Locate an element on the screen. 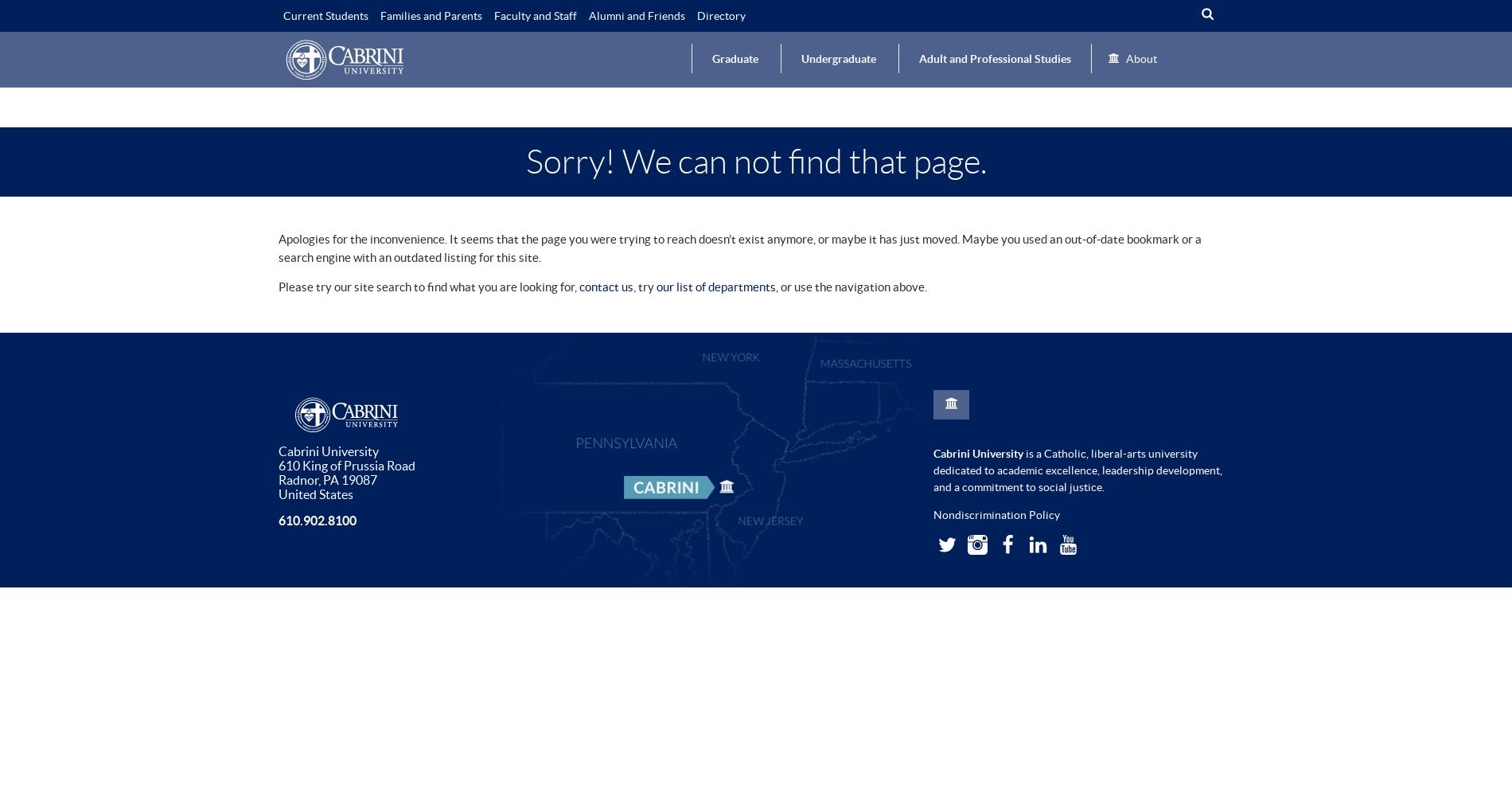 This screenshot has width=1512, height=796. 'United States' is located at coordinates (314, 493).